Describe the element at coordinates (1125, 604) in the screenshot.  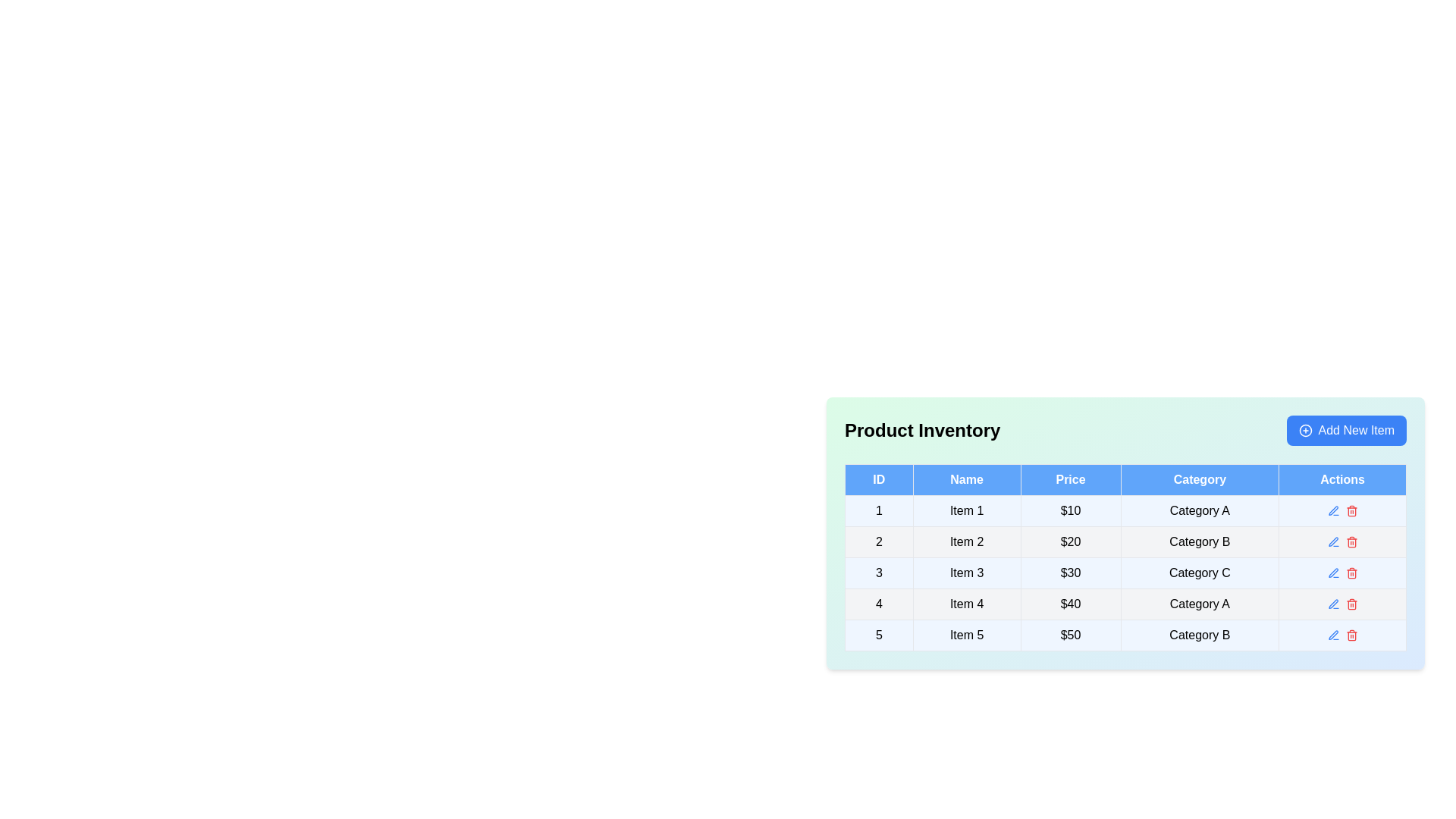
I see `the fourth row entry in the table containing information about 'Item 4', priced at '$40', and categorized under 'Category A'` at that location.